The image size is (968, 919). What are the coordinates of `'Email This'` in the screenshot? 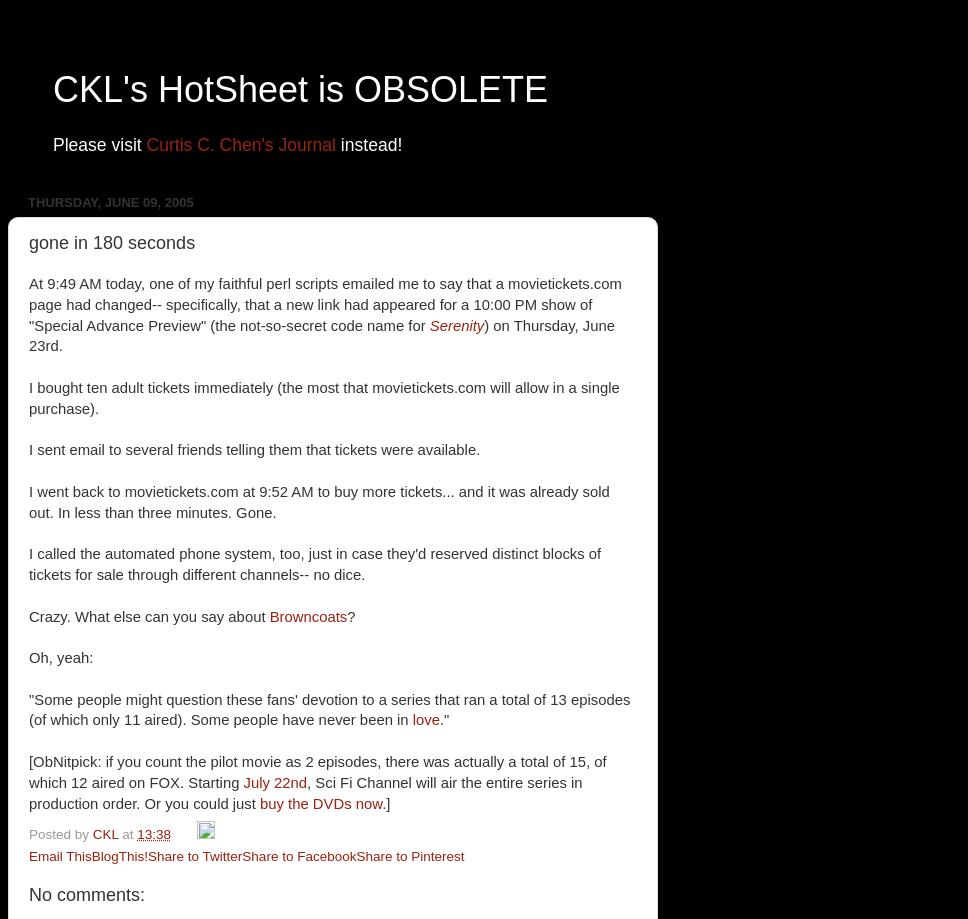 It's located at (59, 854).